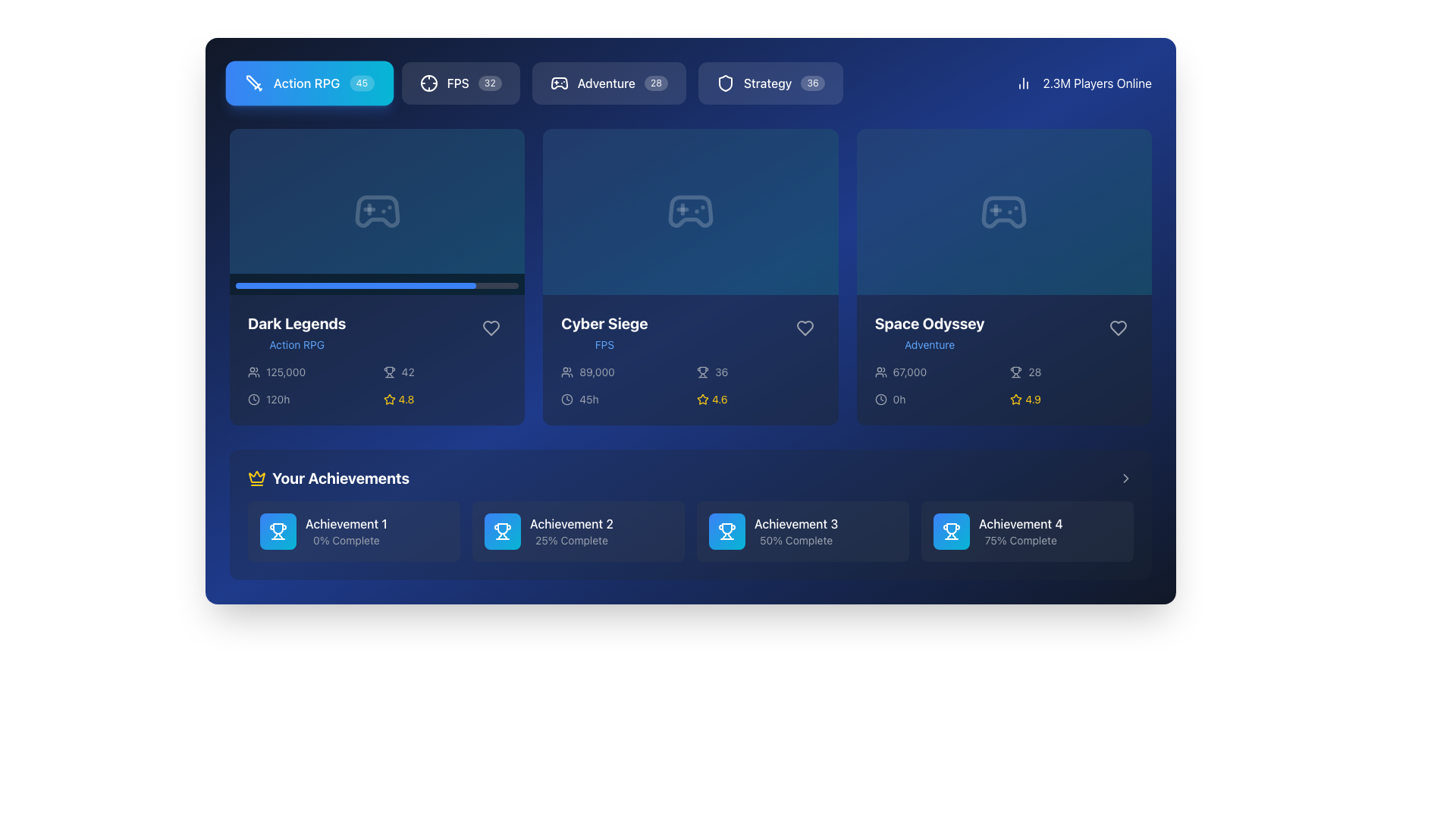 The height and width of the screenshot is (819, 1456). Describe the element at coordinates (502, 531) in the screenshot. I see `the blue rounded square icon with a white outline of a trophy, which symbolizes an achievement, located in the second position among similar elements related to 'Achievement 2'` at that location.